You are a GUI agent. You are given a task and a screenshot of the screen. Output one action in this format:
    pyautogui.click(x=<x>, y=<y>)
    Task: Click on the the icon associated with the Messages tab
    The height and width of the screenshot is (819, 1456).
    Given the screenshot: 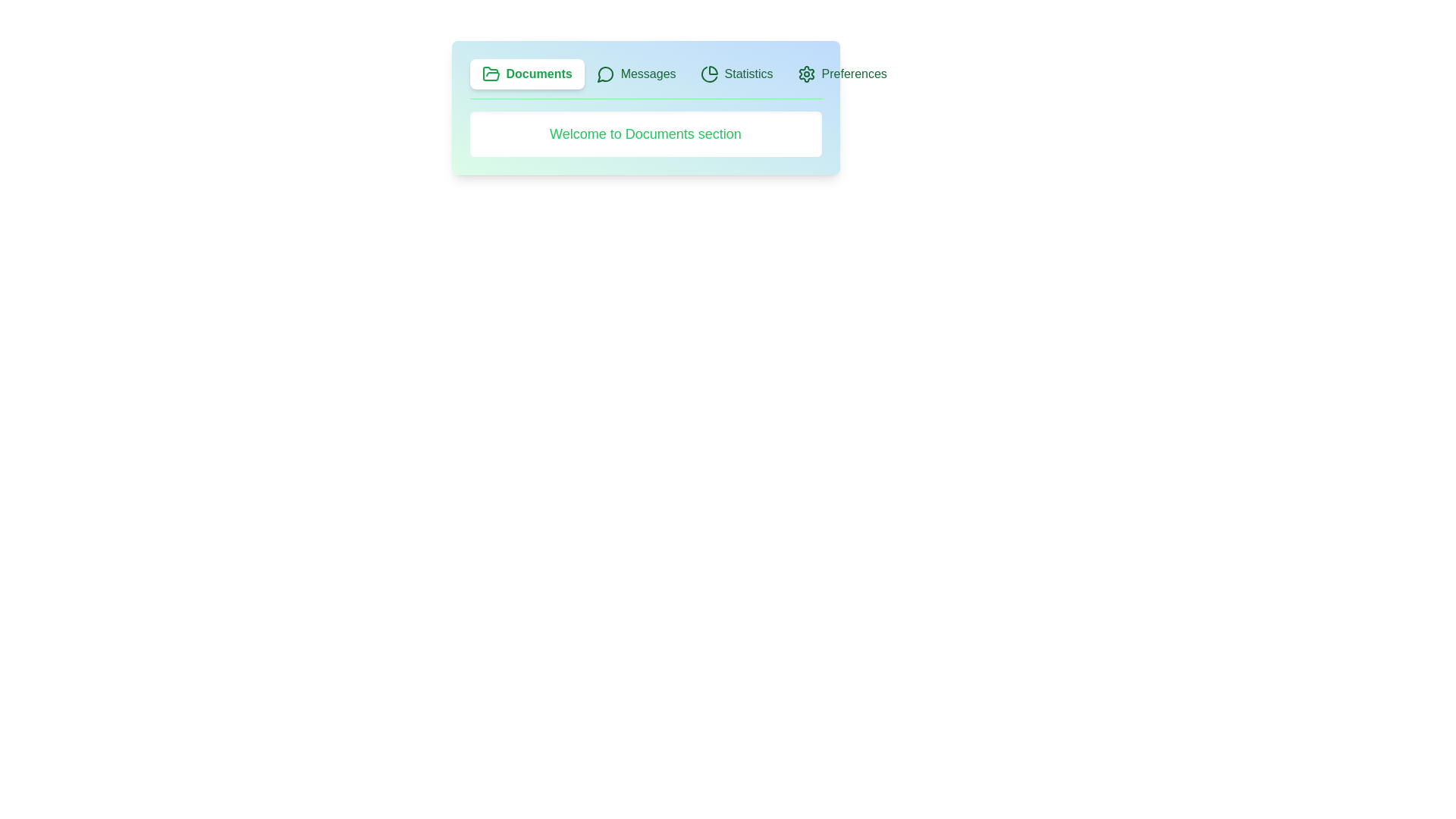 What is the action you would take?
    pyautogui.click(x=604, y=74)
    